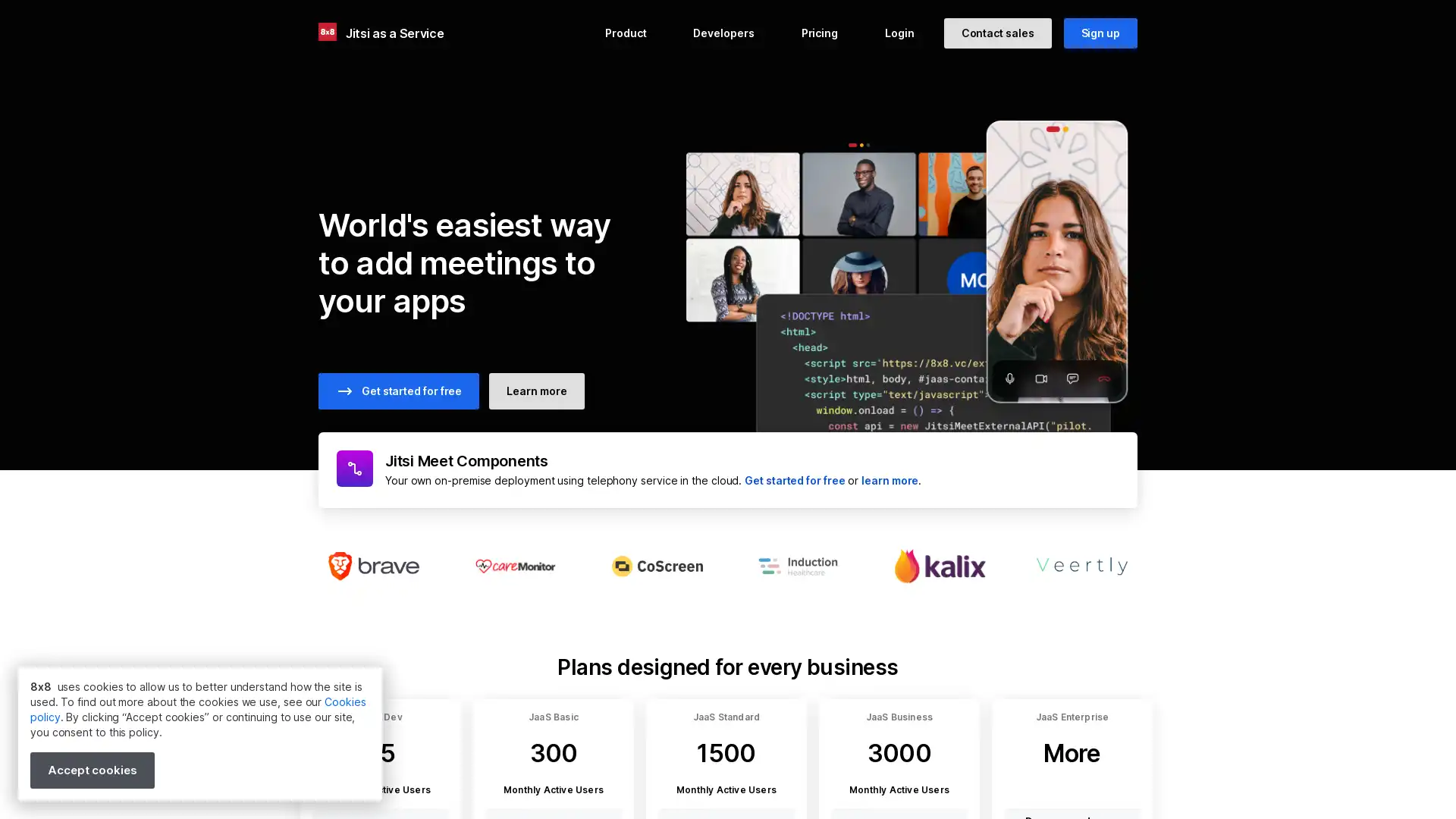 This screenshot has width=1456, height=819. What do you see at coordinates (1100, 33) in the screenshot?
I see `Sign up` at bounding box center [1100, 33].